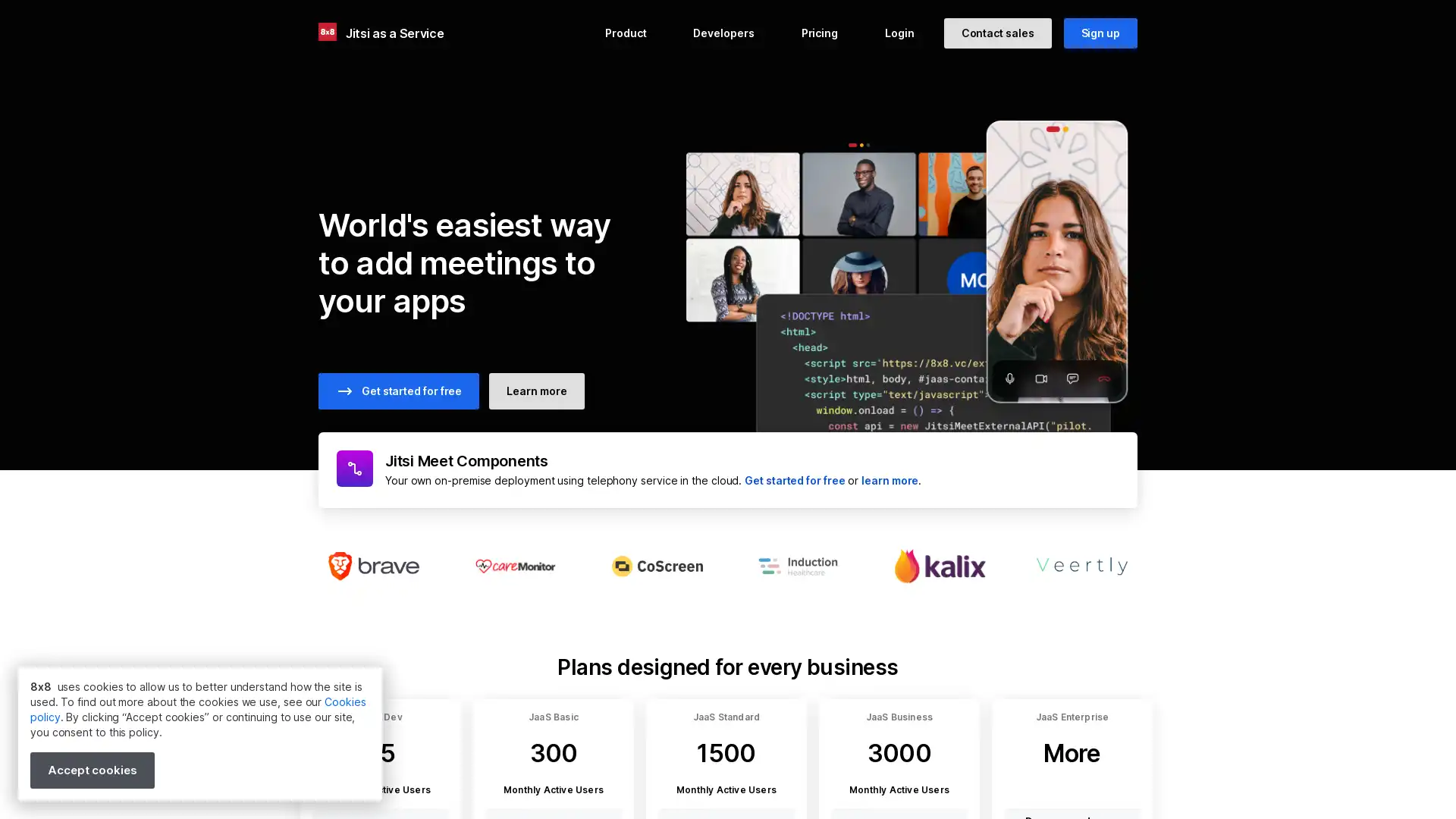 This screenshot has width=1456, height=819. What do you see at coordinates (1100, 33) in the screenshot?
I see `Sign up` at bounding box center [1100, 33].